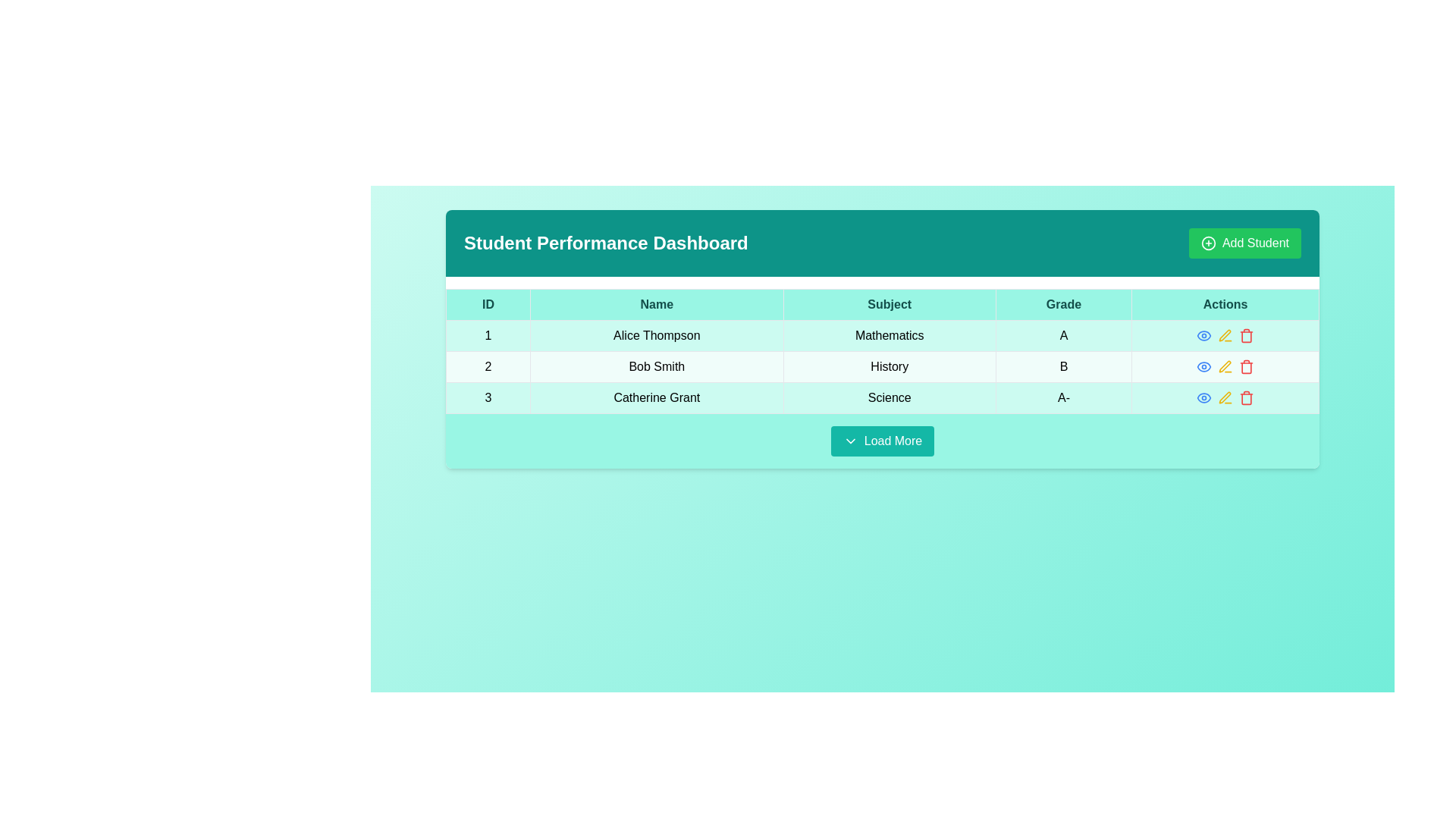 This screenshot has height=819, width=1456. What do you see at coordinates (1062, 304) in the screenshot?
I see `the table header cell labeled 'Grade', which is the fourth cell in the row header of the table, featuring a teal background and bold typography` at bounding box center [1062, 304].